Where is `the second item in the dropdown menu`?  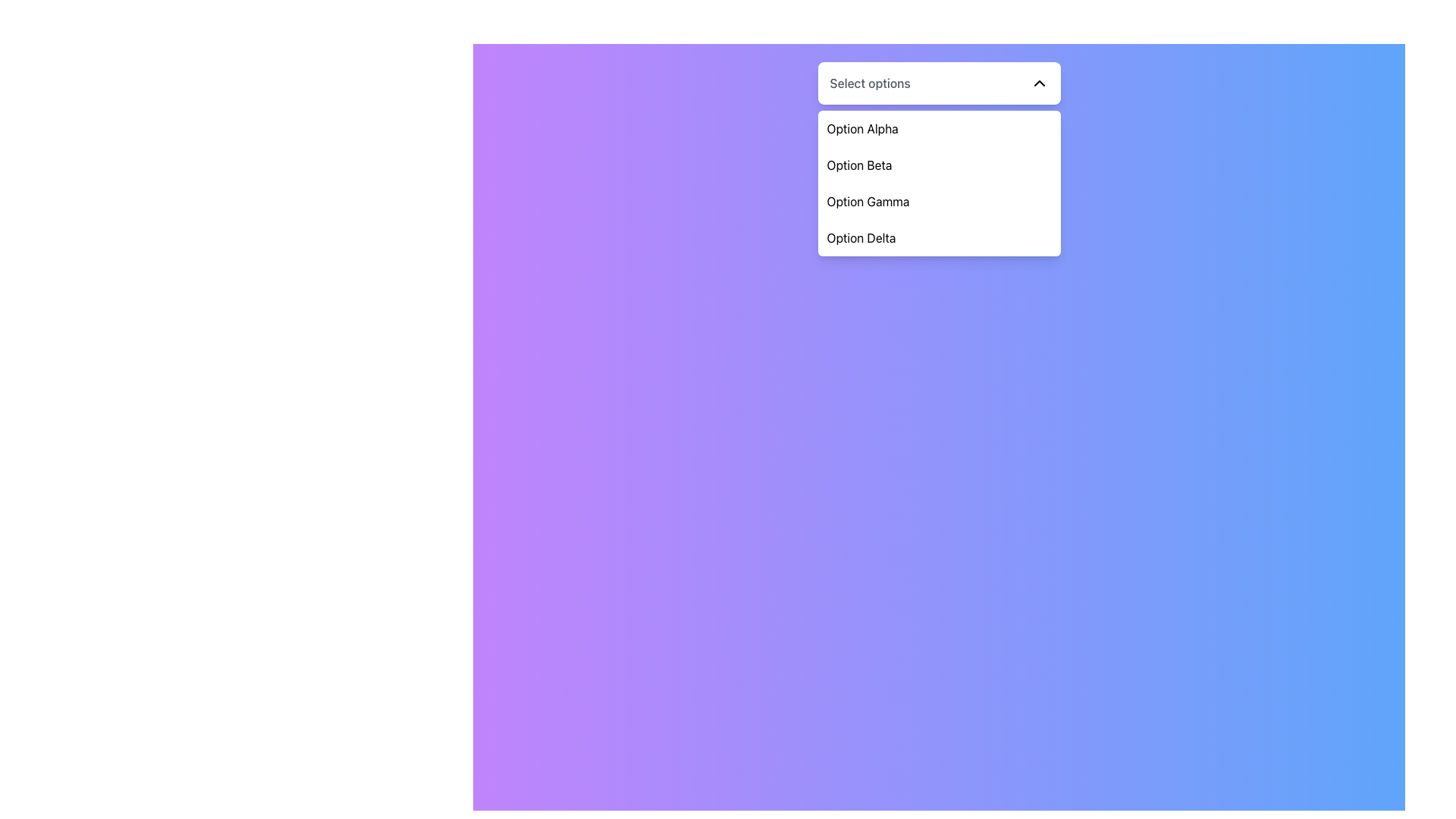
the second item in the dropdown menu is located at coordinates (938, 165).